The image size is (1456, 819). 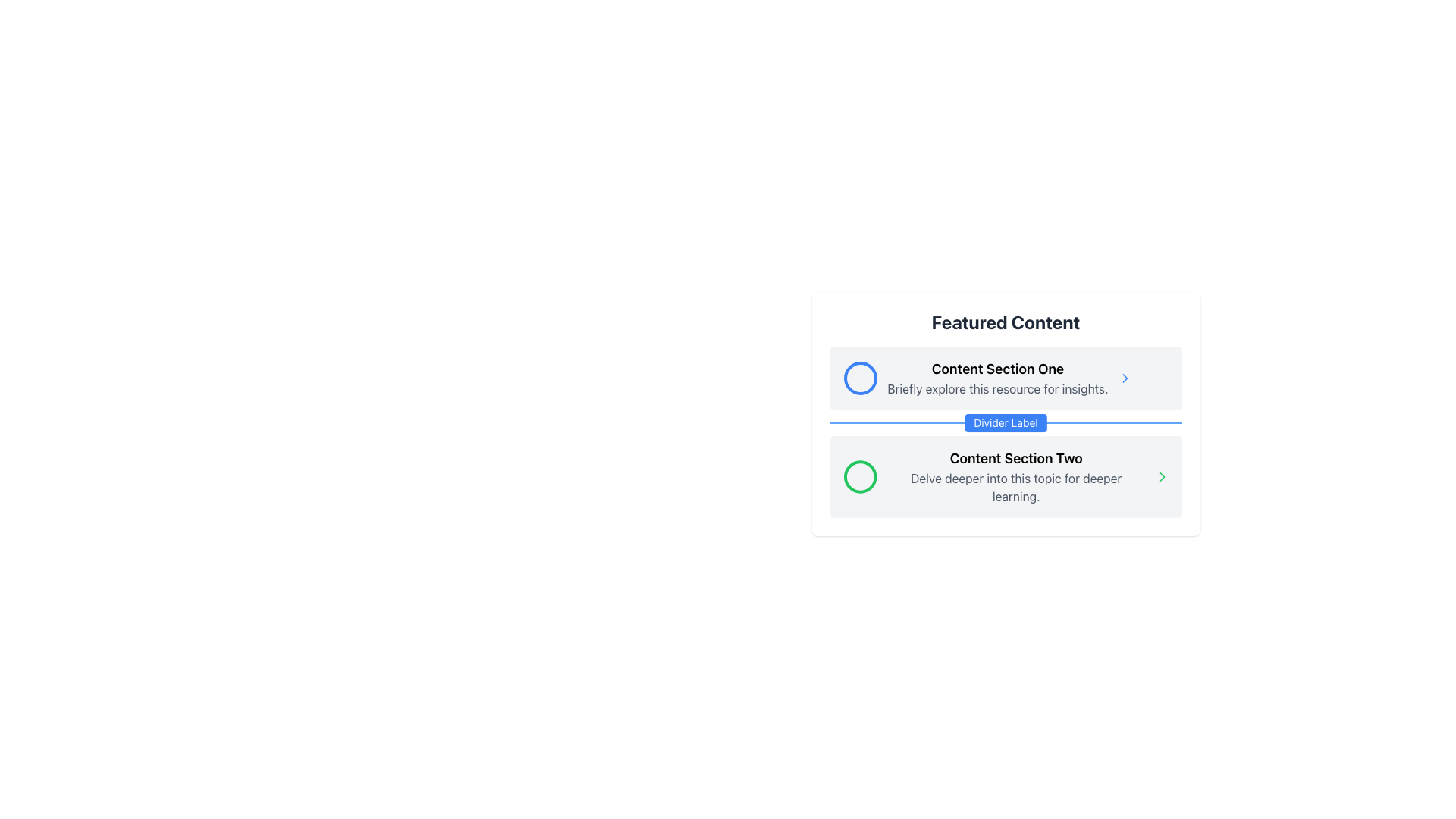 What do you see at coordinates (997, 377) in the screenshot?
I see `the text block titled 'Content Section One' which contains a description 'Briefly explore this resource for insights', located within a light gray rounded background box` at bounding box center [997, 377].